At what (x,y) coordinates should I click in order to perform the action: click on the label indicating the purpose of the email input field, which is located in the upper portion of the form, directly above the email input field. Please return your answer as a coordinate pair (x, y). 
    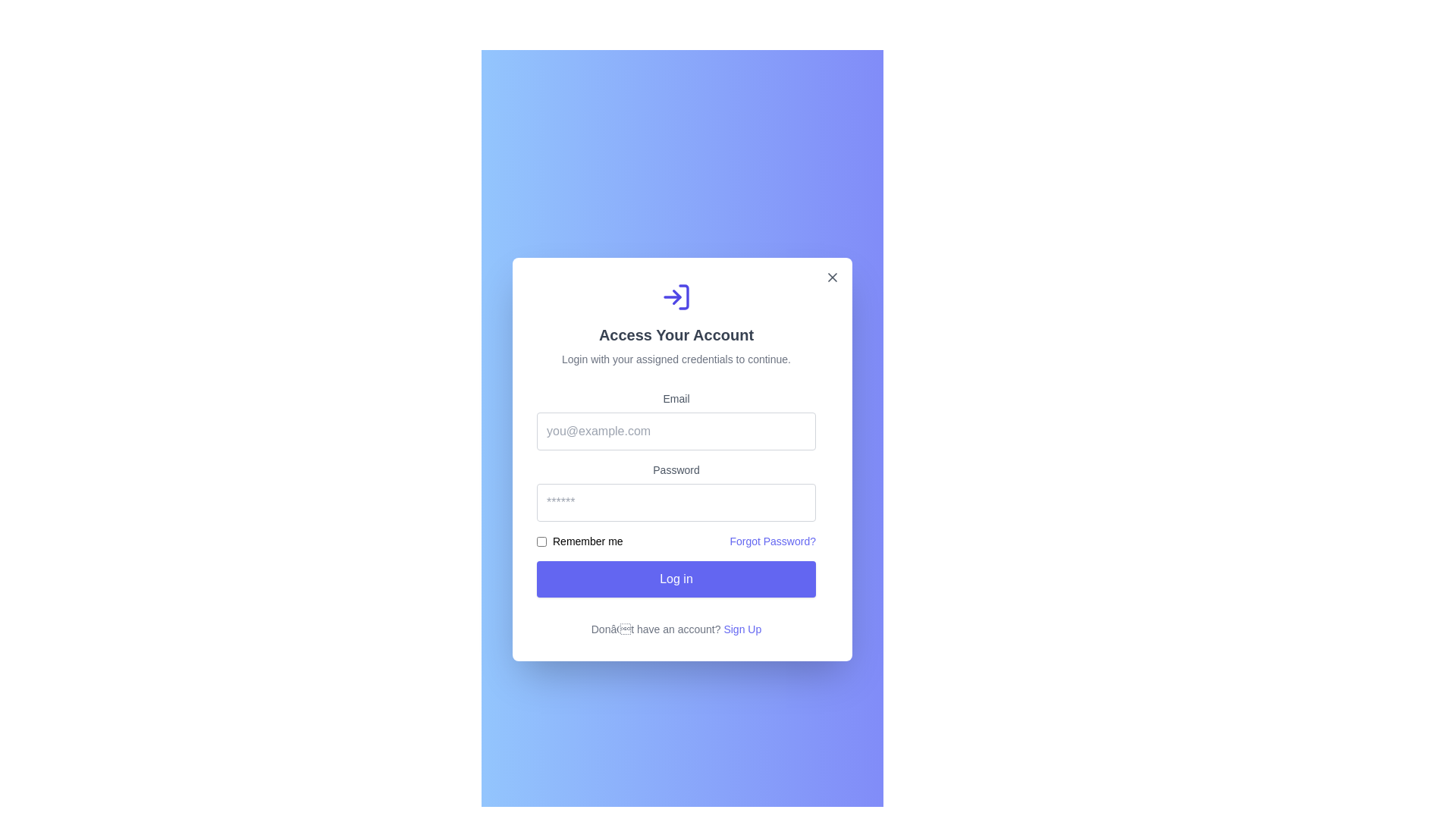
    Looking at the image, I should click on (676, 397).